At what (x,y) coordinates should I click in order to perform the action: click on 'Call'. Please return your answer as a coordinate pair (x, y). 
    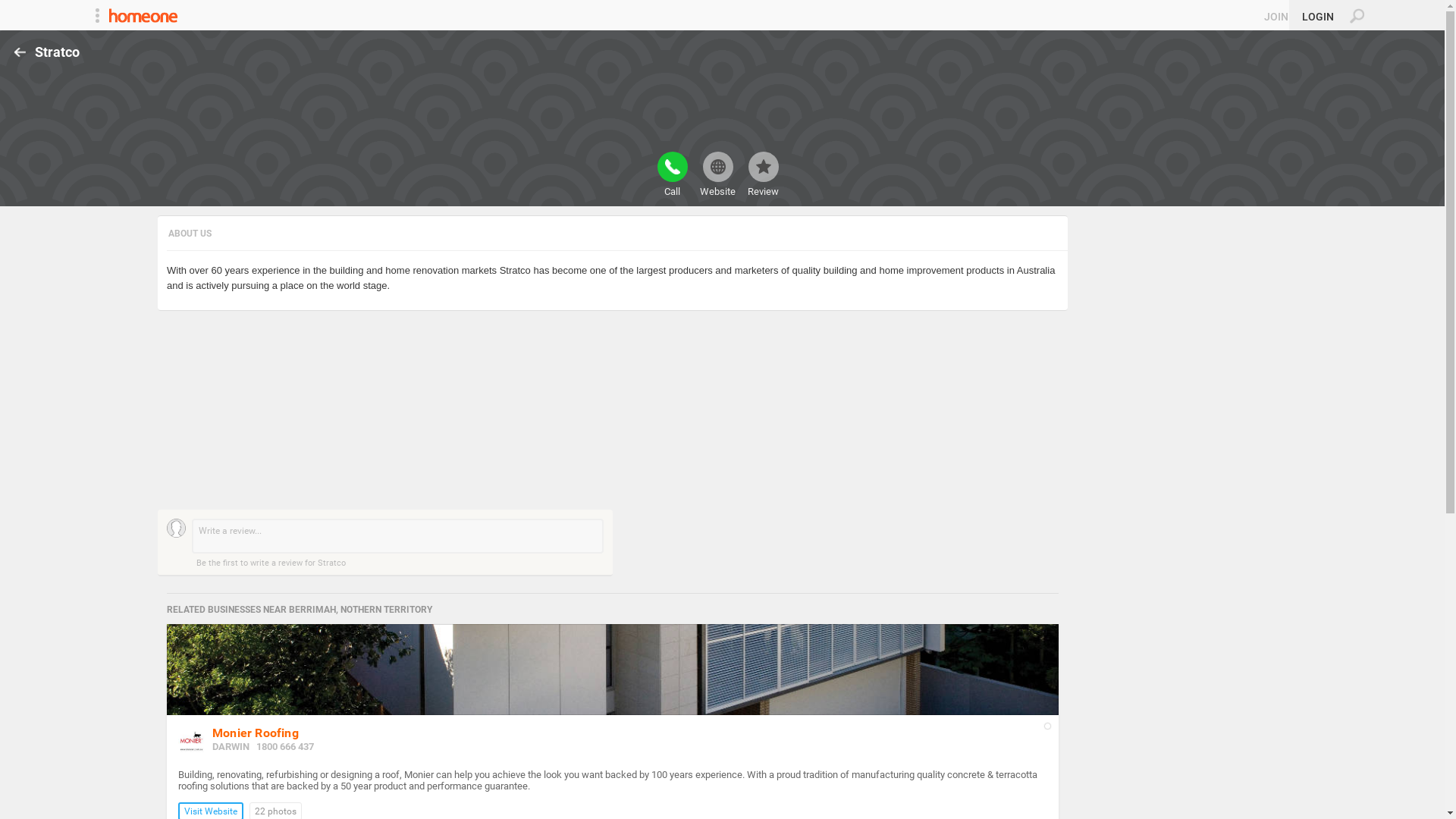
    Looking at the image, I should click on (671, 174).